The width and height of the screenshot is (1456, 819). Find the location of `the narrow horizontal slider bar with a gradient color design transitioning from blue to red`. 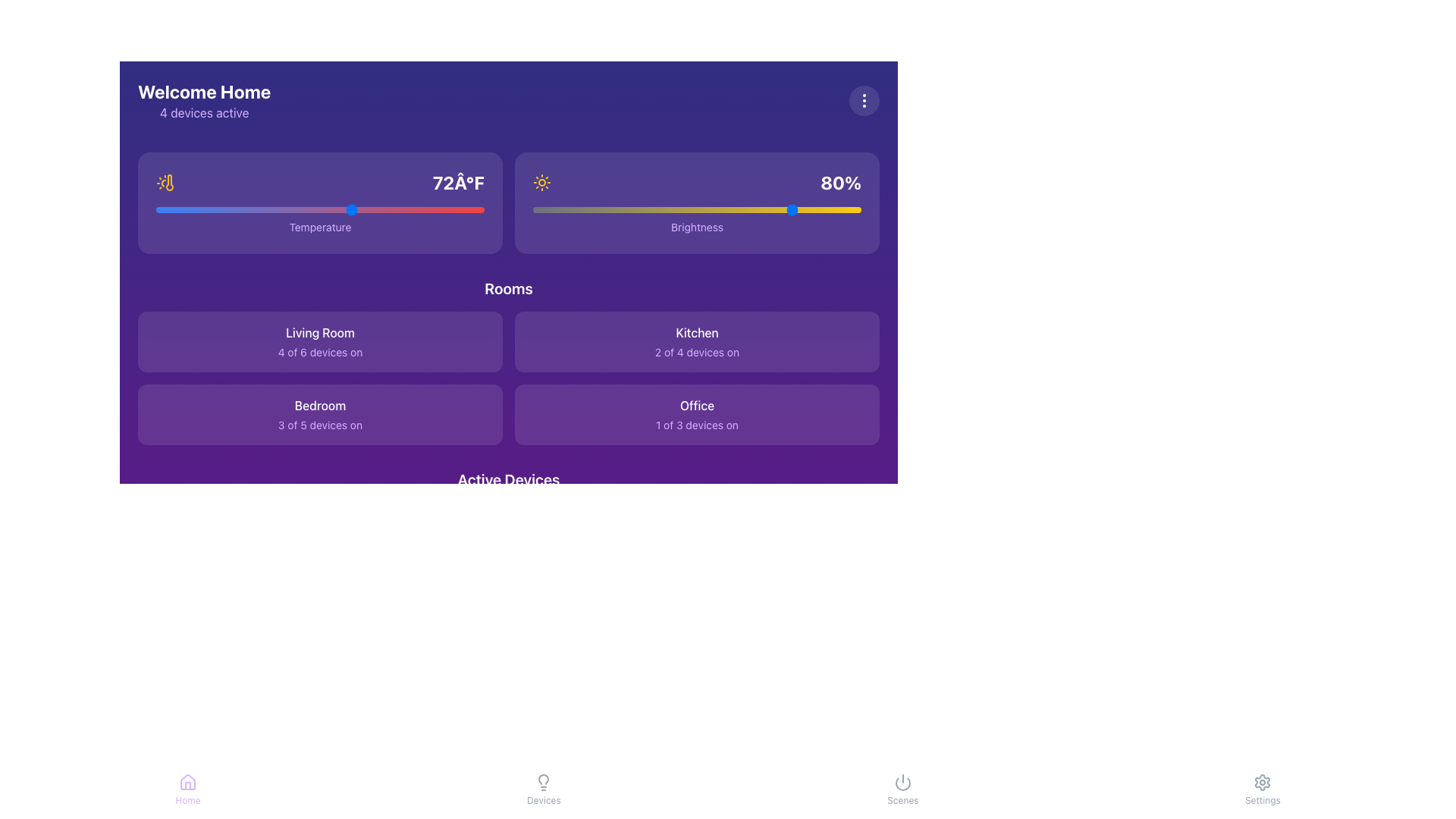

the narrow horizontal slider bar with a gradient color design transitioning from blue to red is located at coordinates (319, 210).